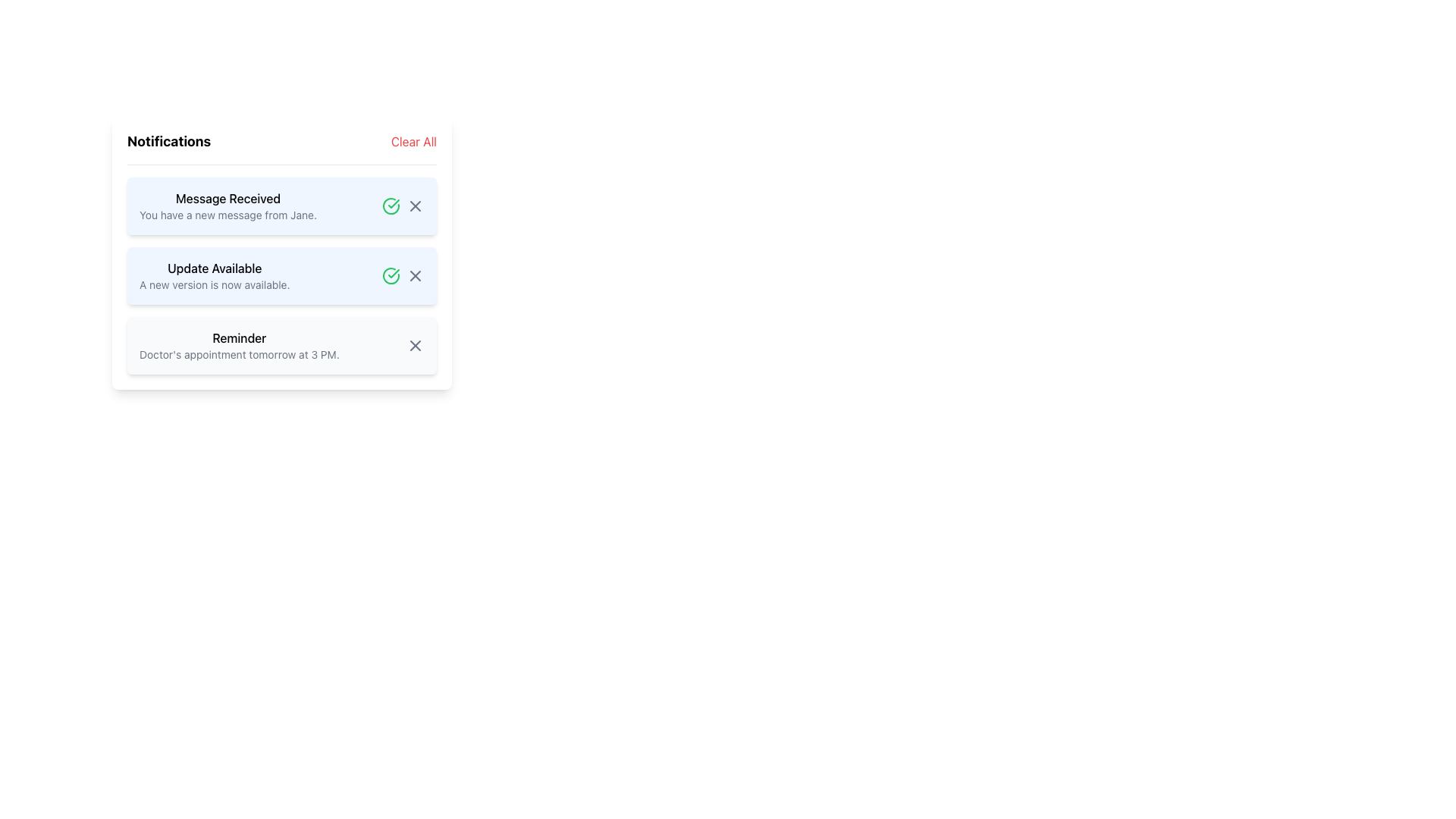 This screenshot has height=819, width=1456. Describe the element at coordinates (227, 198) in the screenshot. I see `the interactive Text Label that serves as the title of the notification, positioned above the message 'You have a new message from Jane.'` at that location.